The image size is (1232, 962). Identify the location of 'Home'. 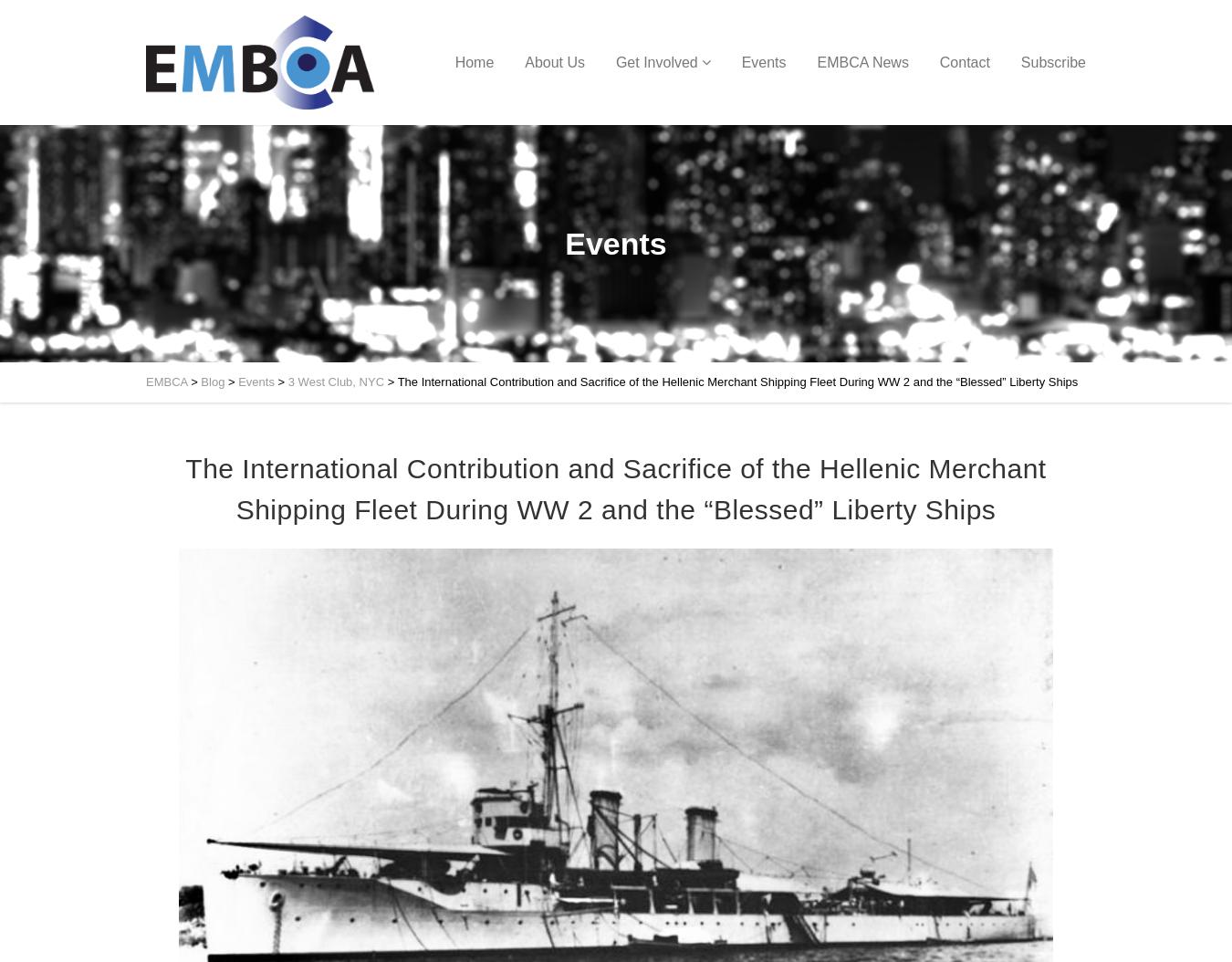
(473, 61).